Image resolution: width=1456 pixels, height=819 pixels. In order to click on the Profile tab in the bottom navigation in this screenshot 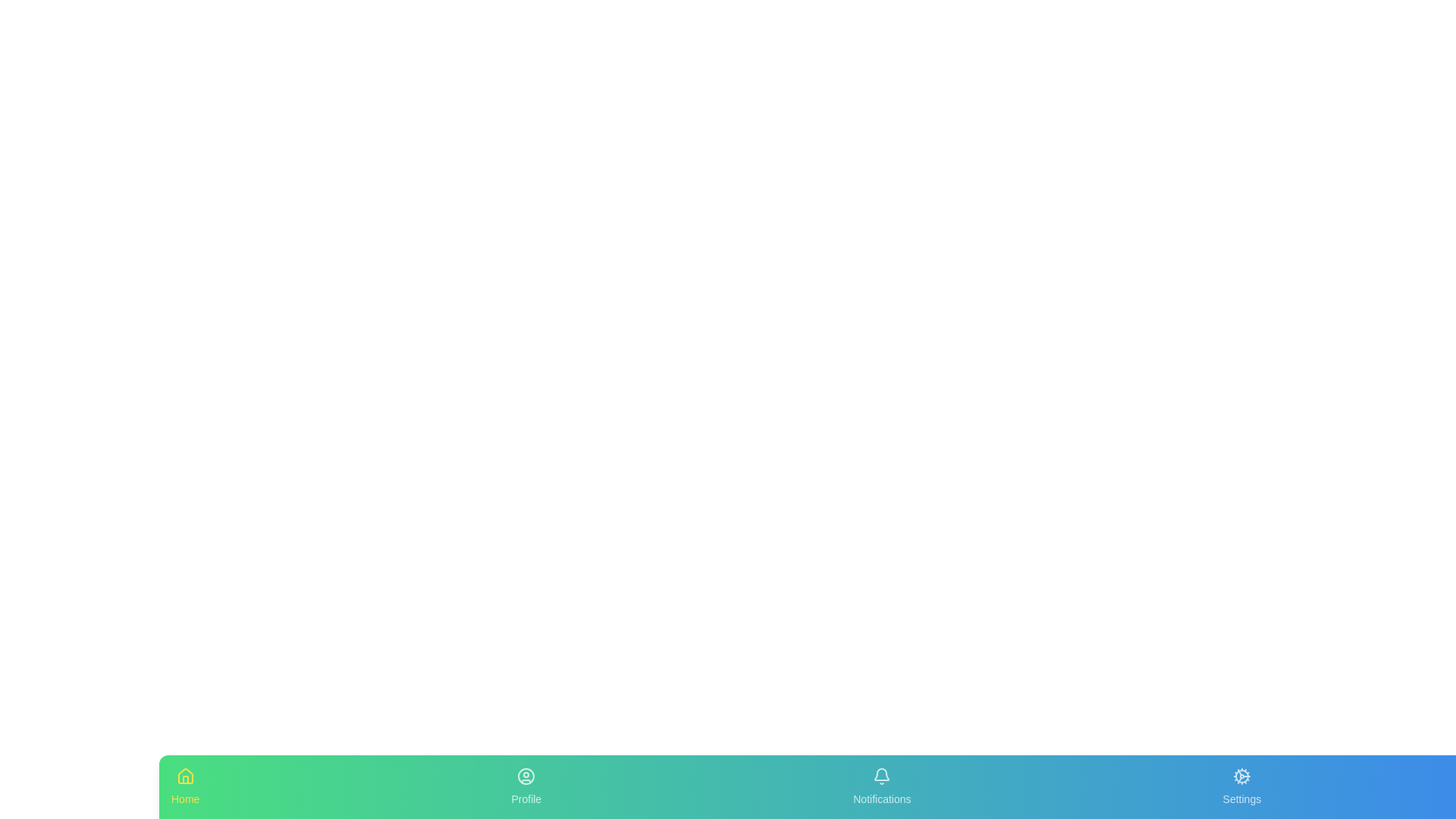, I will do `click(526, 786)`.